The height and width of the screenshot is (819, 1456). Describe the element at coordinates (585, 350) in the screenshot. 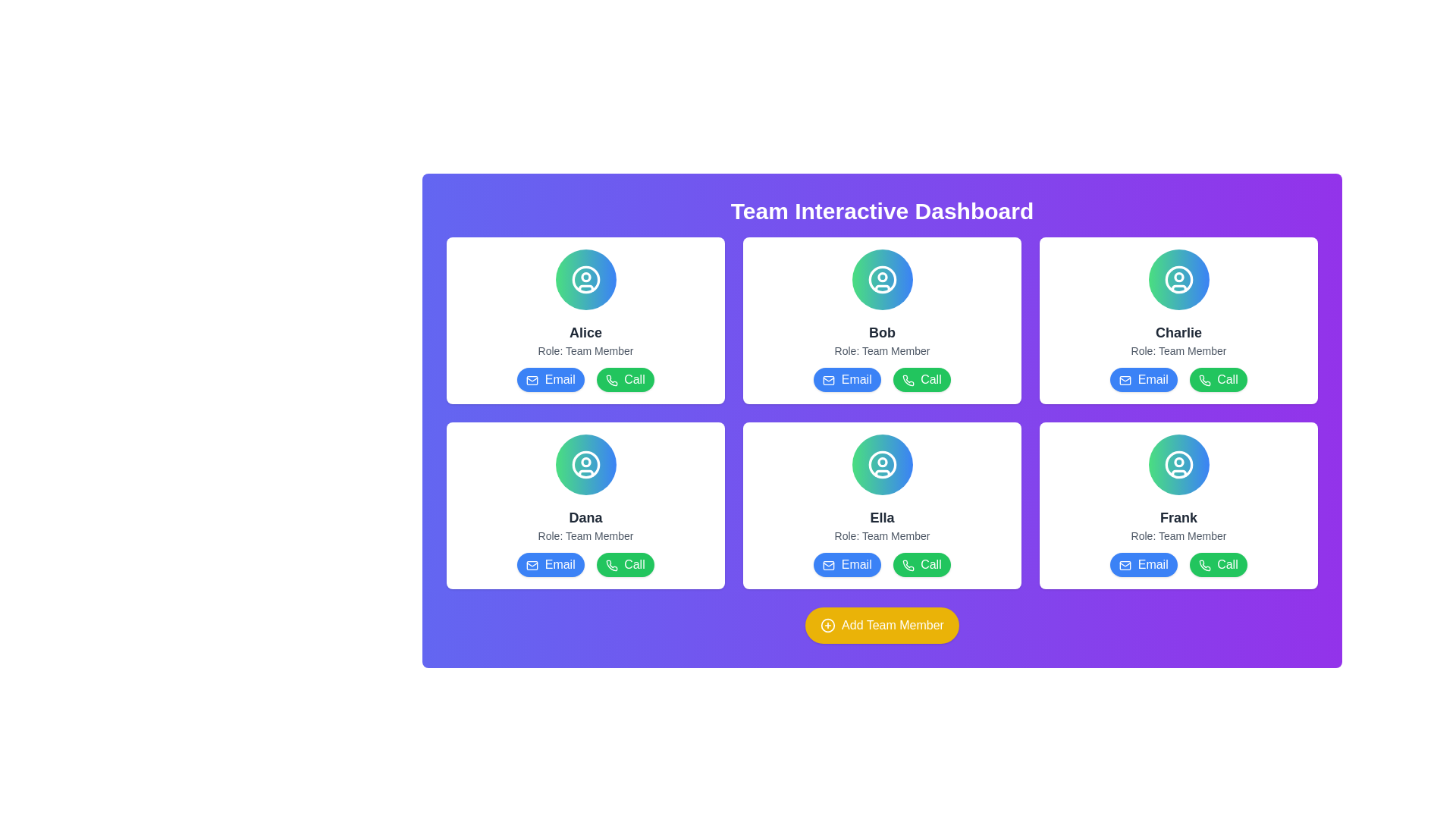

I see `the label displaying 'Role: Team Member', which is positioned beneath the title 'Alice' and above the buttons 'Email' and 'Call'` at that location.